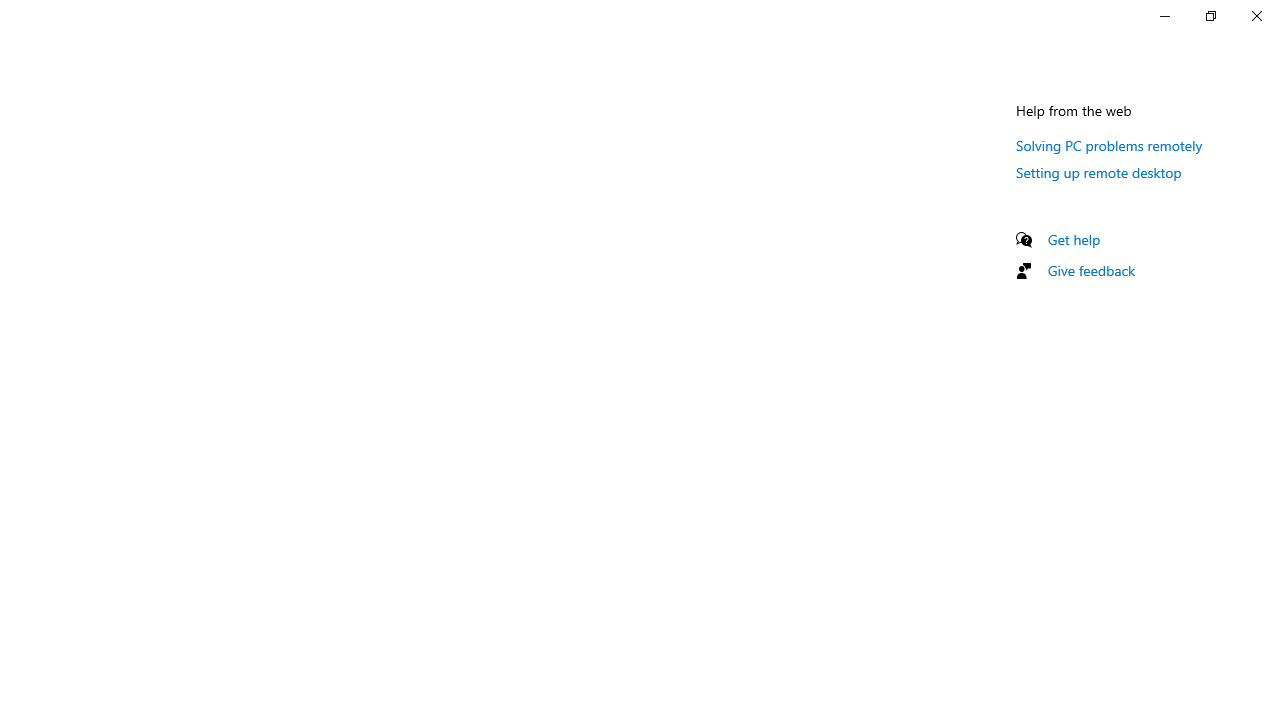  I want to click on 'Give feedback', so click(1090, 270).